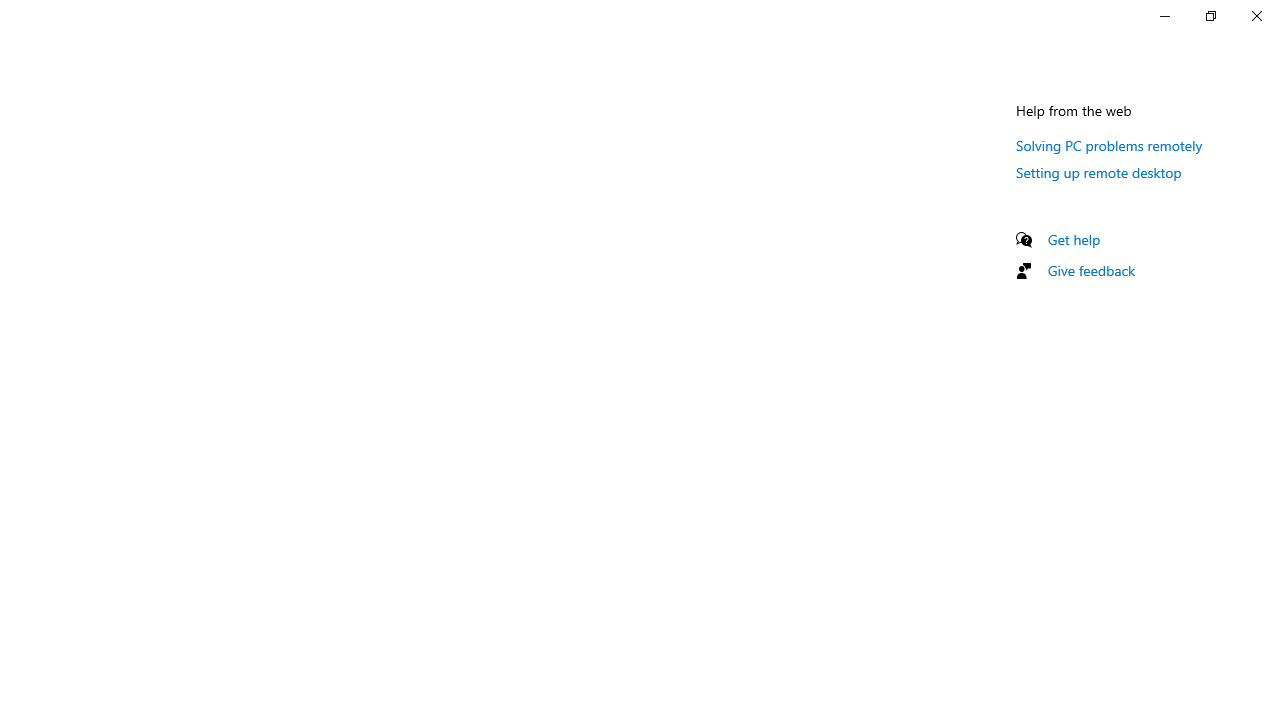  I want to click on 'Give feedback', so click(1090, 270).